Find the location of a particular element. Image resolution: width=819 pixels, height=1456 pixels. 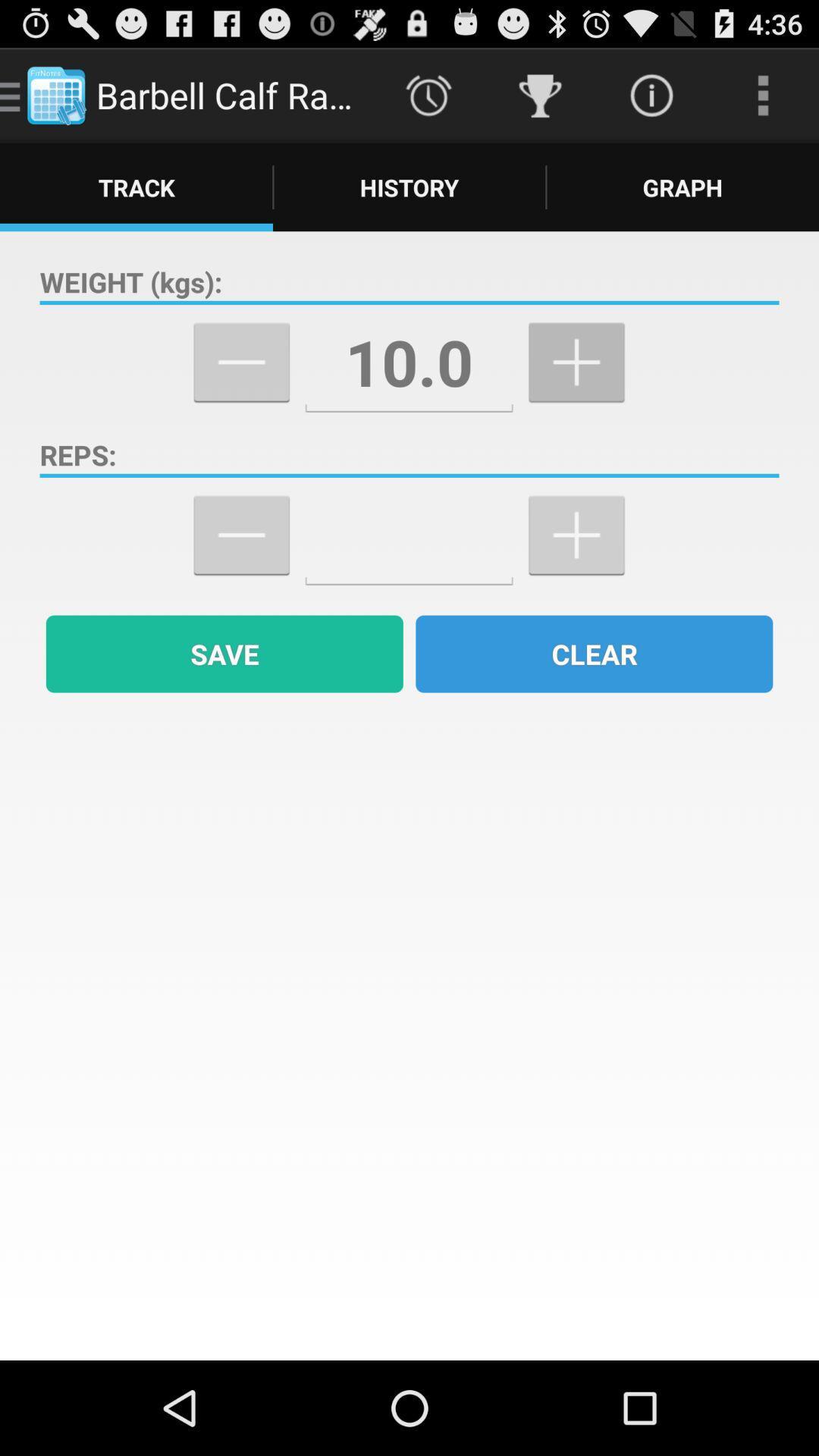

the minus icon is located at coordinates (240, 388).